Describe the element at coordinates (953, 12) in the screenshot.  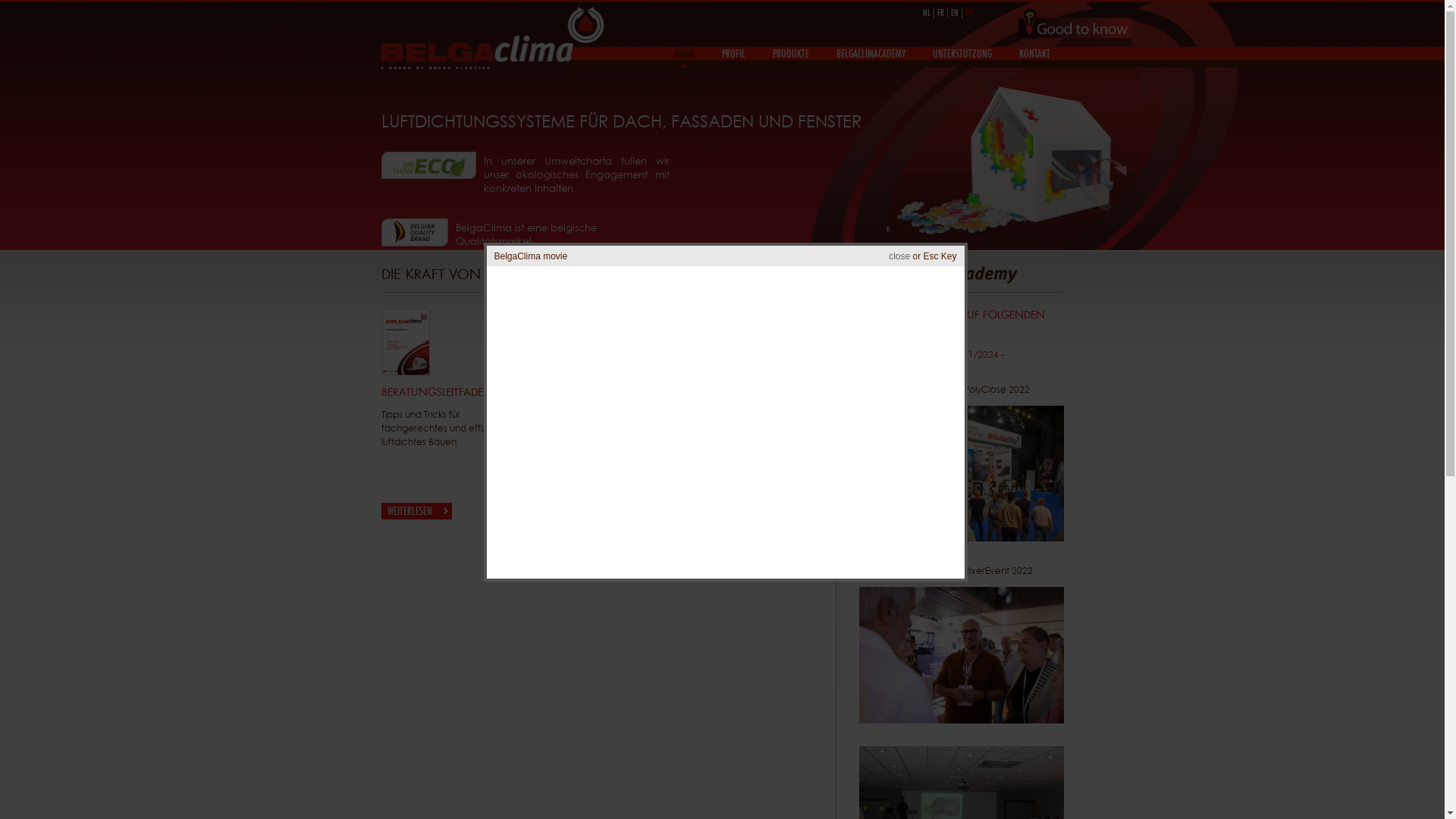
I see `'EN'` at that location.